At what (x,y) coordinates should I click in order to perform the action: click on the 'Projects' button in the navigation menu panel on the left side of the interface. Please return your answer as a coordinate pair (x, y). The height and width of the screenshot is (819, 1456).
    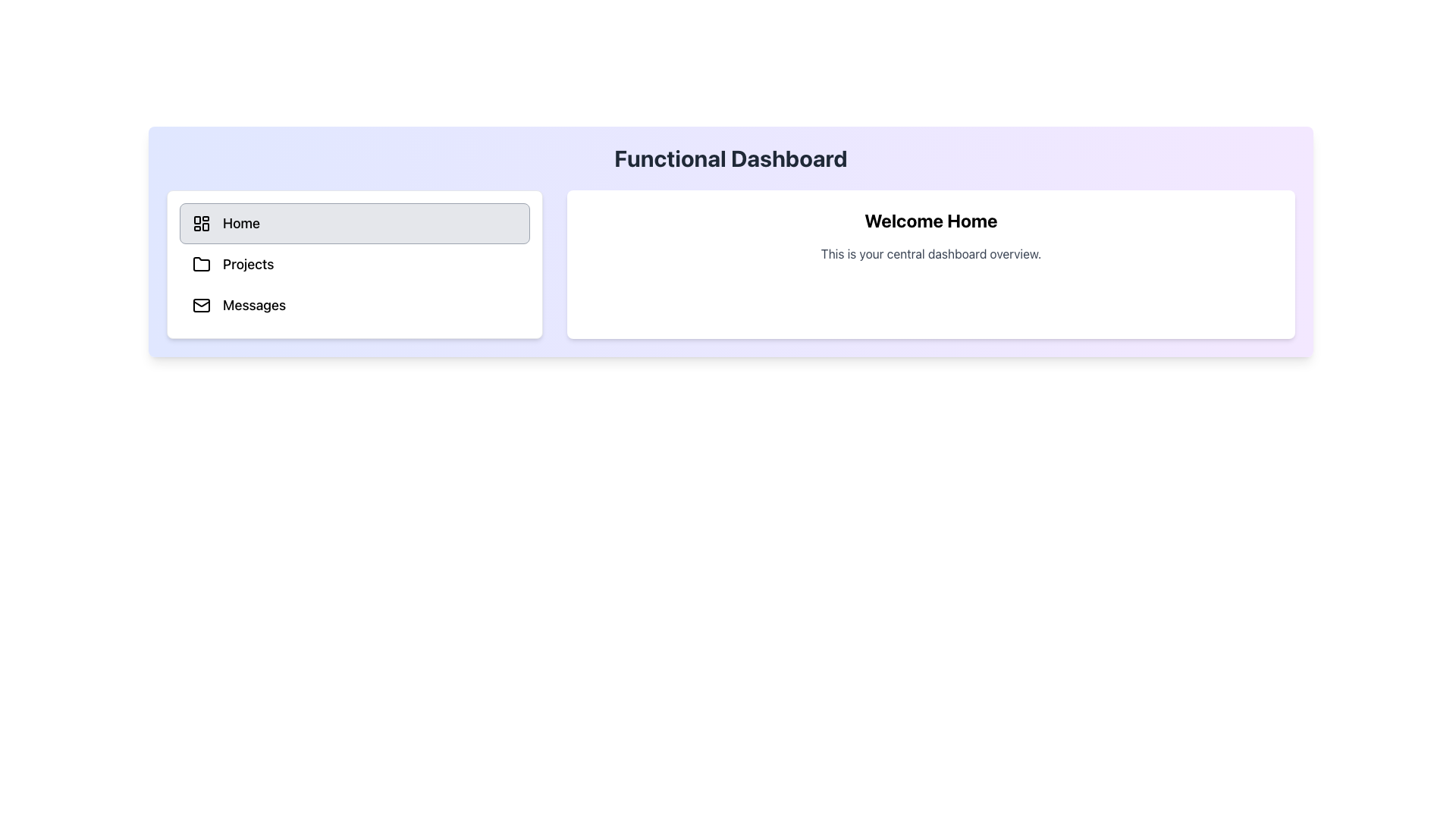
    Looking at the image, I should click on (353, 263).